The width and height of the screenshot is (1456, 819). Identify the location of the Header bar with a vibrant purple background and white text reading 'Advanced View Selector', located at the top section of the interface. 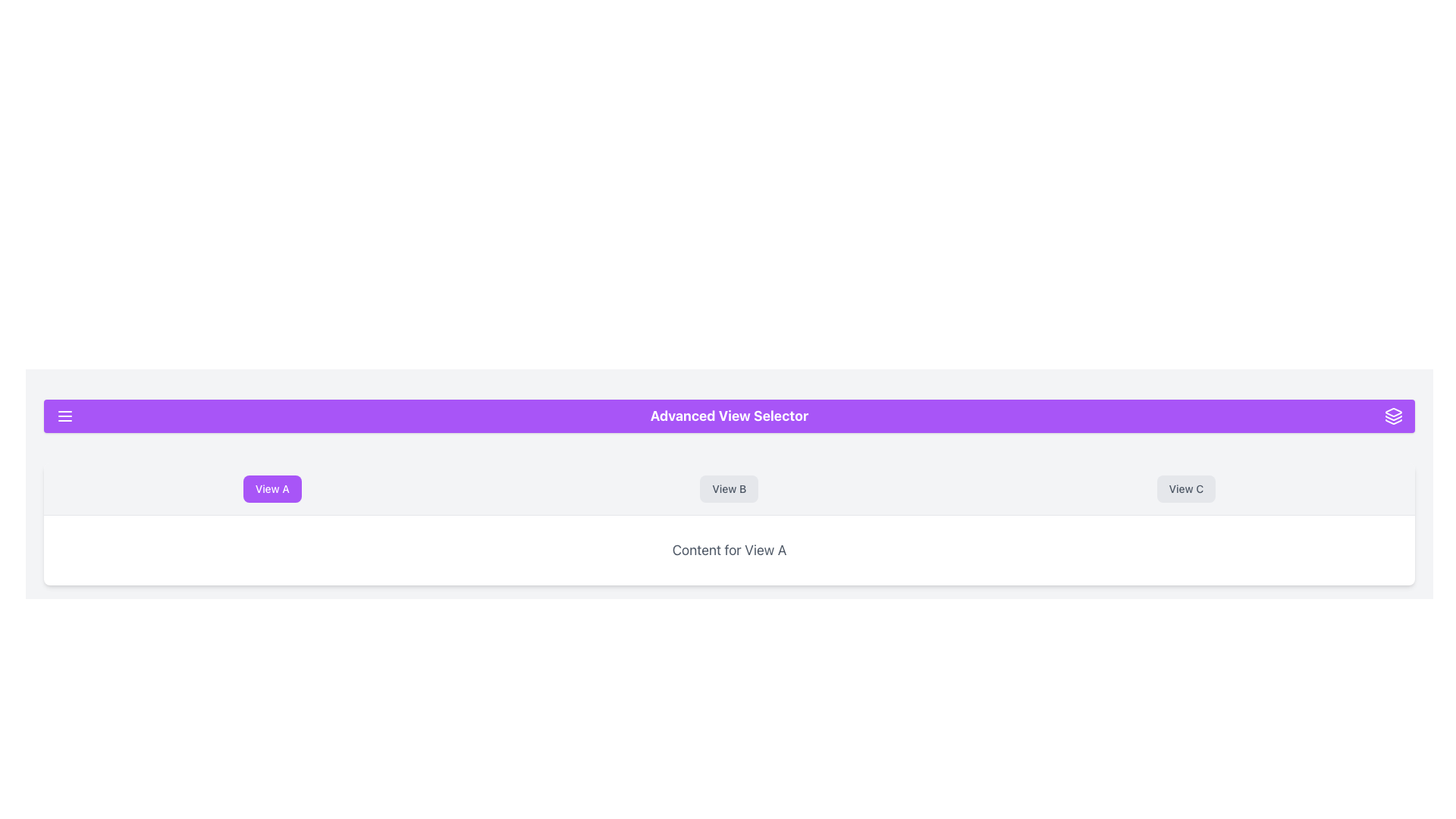
(729, 416).